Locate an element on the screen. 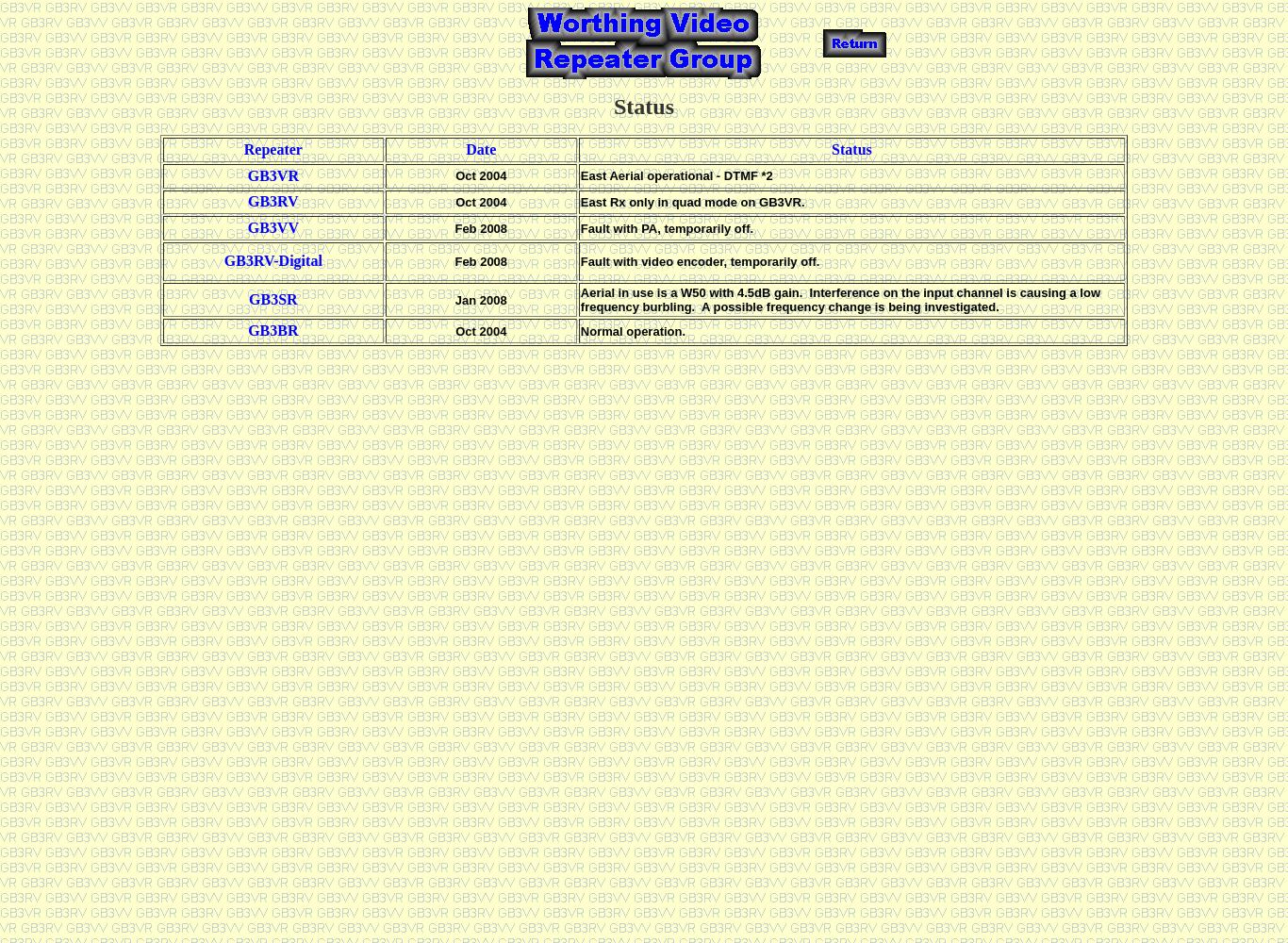  'Feb
  2008' is located at coordinates (481, 226).